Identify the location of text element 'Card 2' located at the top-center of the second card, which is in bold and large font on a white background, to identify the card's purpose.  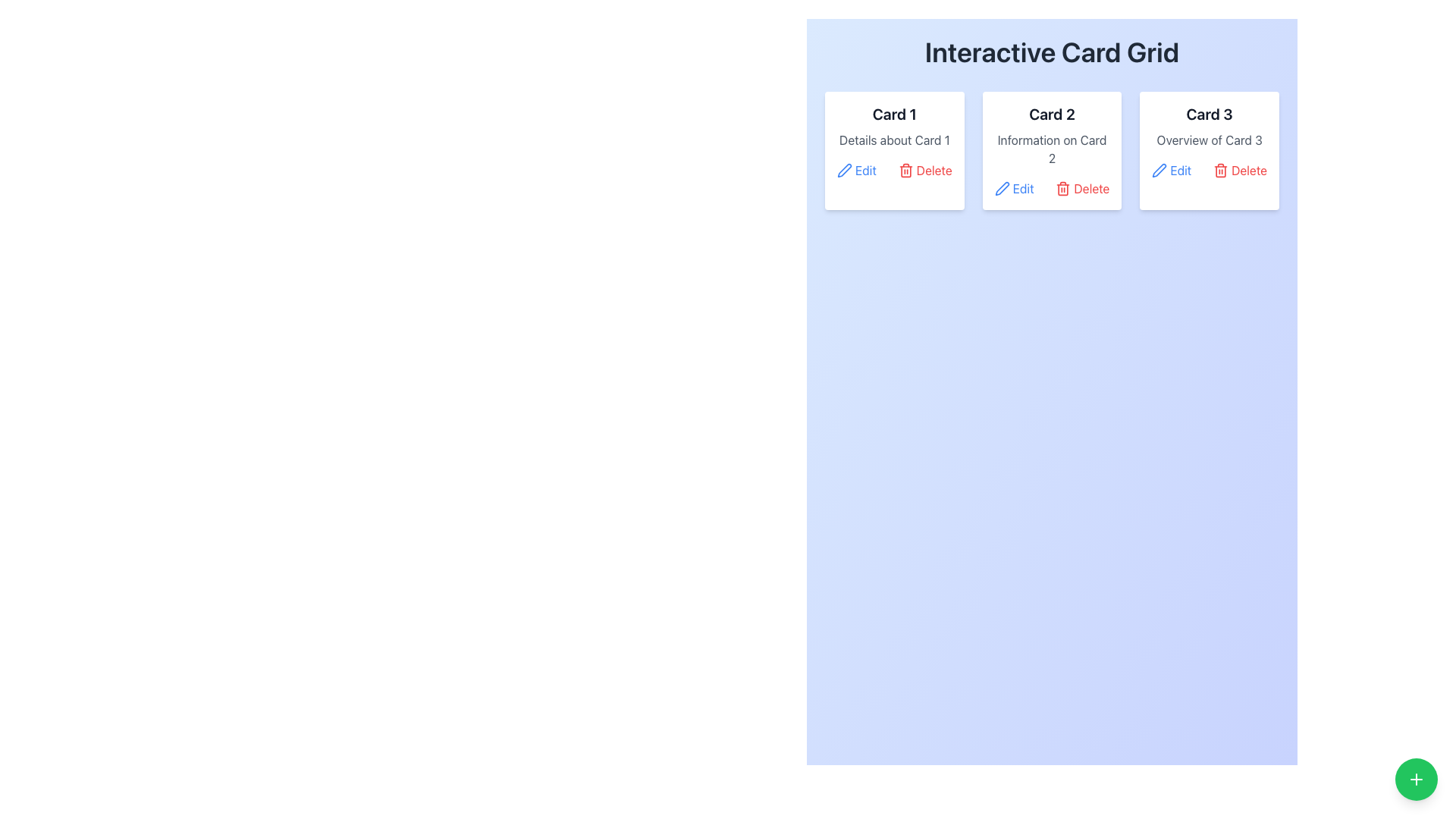
(1051, 113).